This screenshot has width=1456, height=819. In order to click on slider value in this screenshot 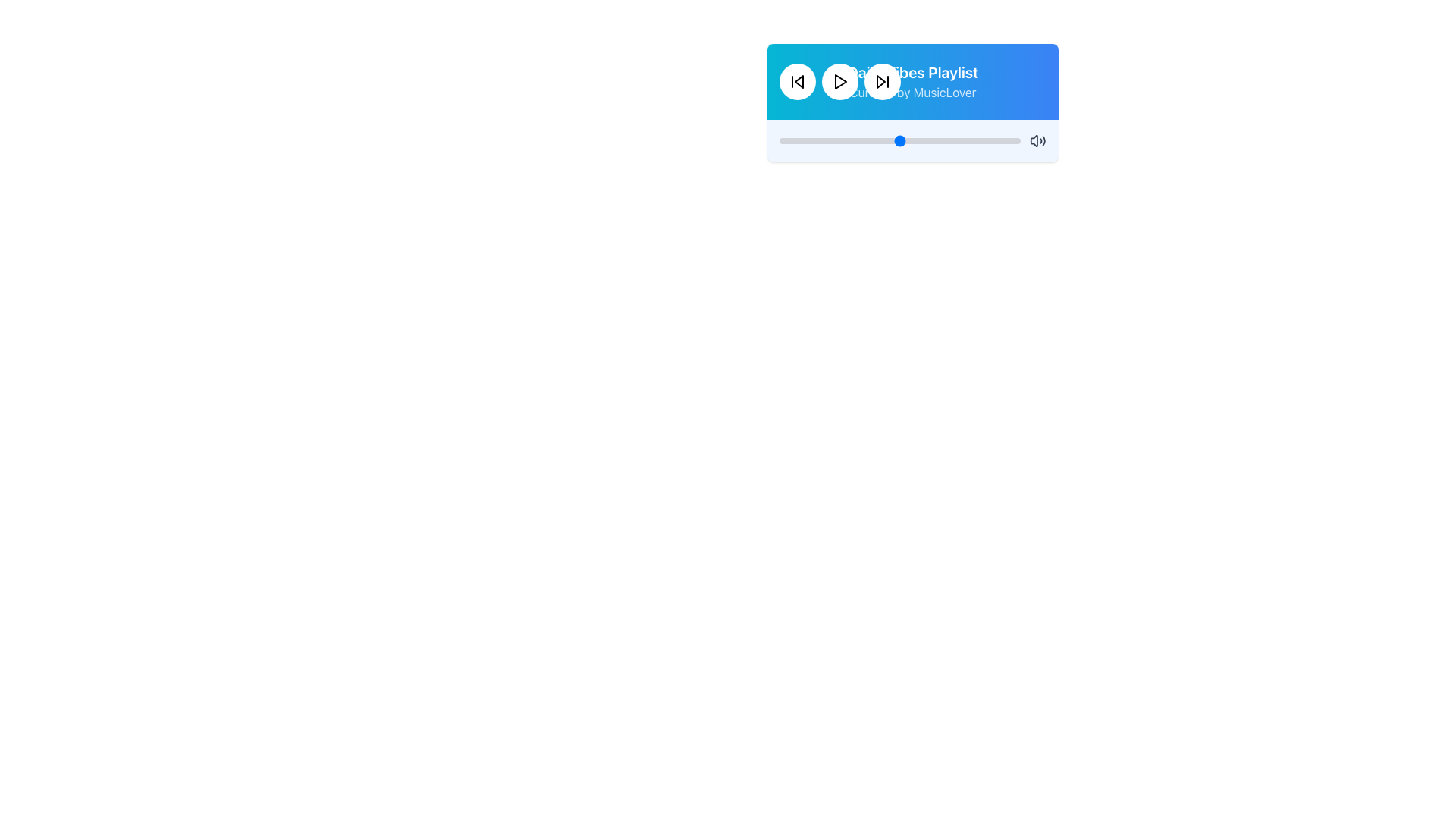, I will do `click(962, 140)`.